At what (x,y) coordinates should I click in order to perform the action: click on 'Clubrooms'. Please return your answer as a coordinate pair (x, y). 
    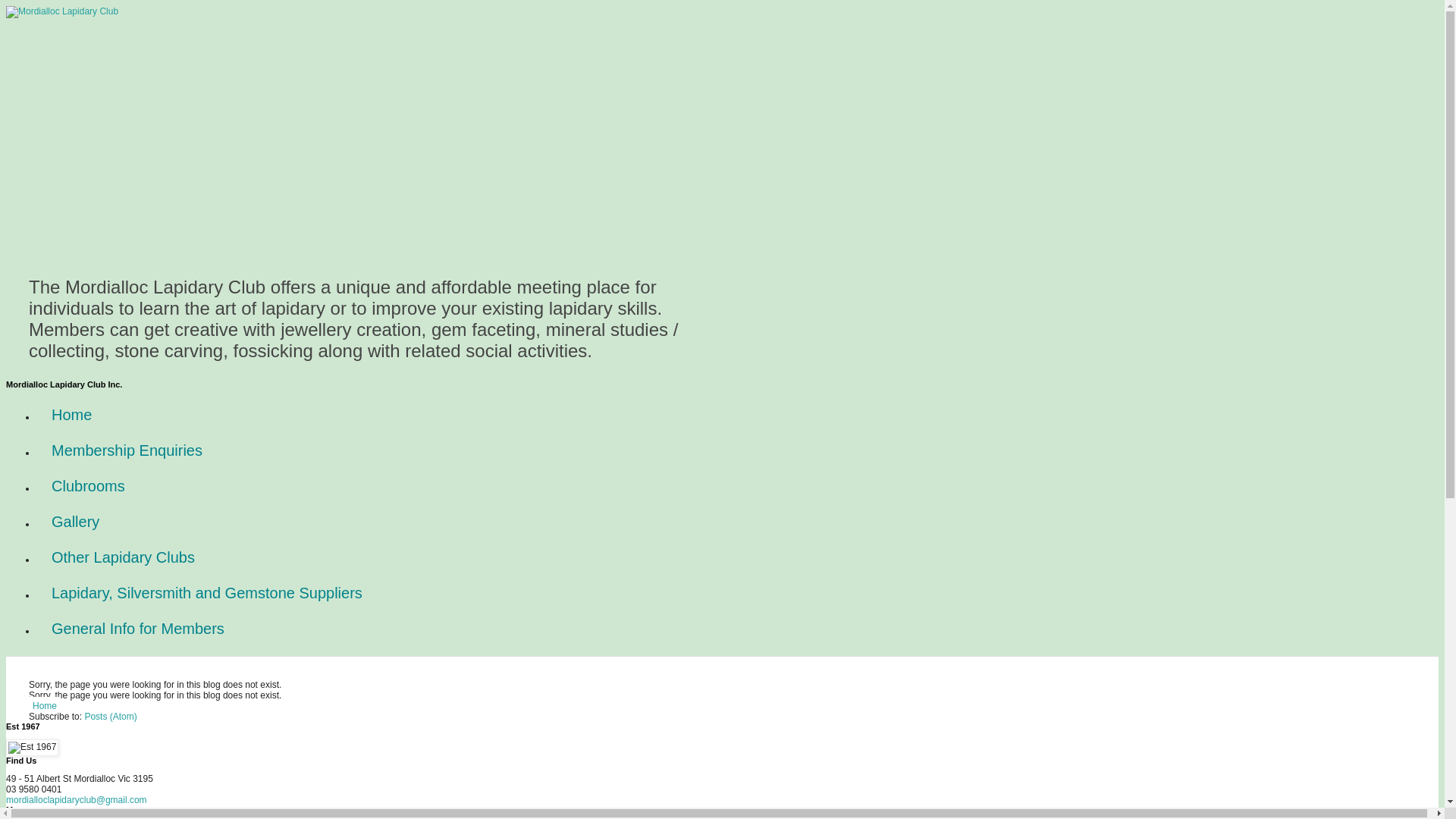
    Looking at the image, I should click on (87, 486).